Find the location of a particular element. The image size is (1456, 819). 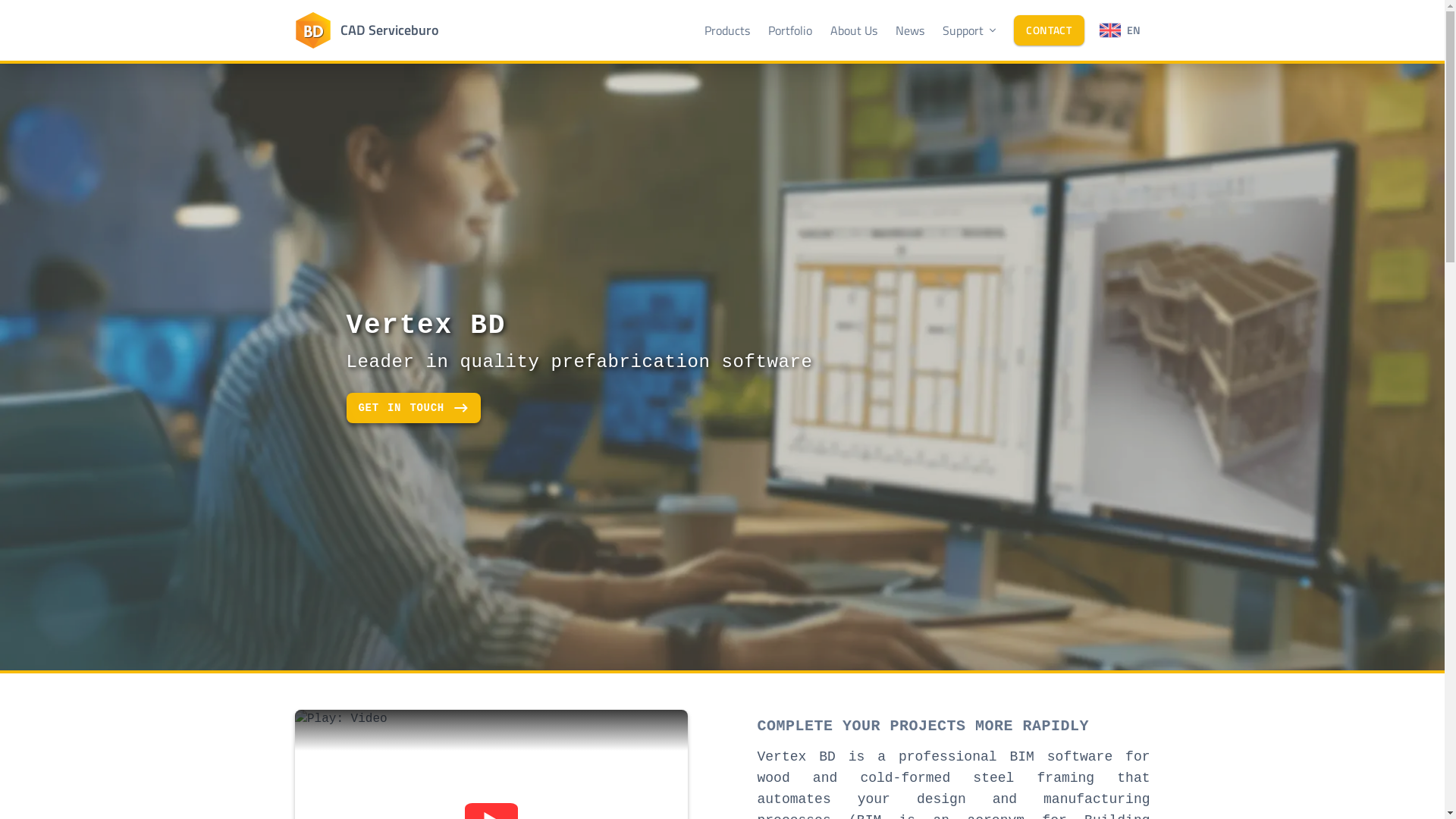

'About Us' is located at coordinates (854, 30).